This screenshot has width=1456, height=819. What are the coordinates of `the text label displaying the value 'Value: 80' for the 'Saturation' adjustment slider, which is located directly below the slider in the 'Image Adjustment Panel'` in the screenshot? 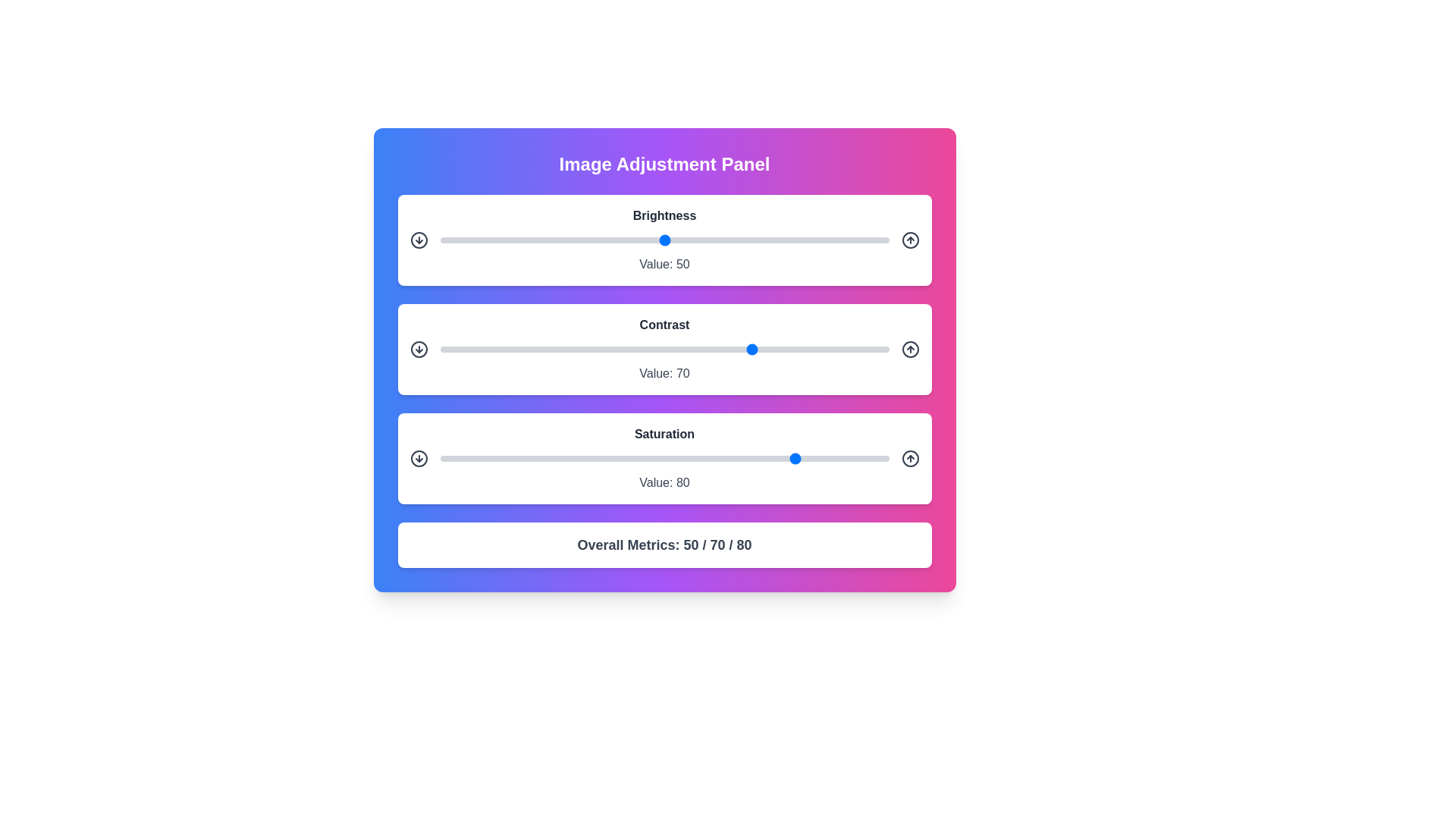 It's located at (664, 482).